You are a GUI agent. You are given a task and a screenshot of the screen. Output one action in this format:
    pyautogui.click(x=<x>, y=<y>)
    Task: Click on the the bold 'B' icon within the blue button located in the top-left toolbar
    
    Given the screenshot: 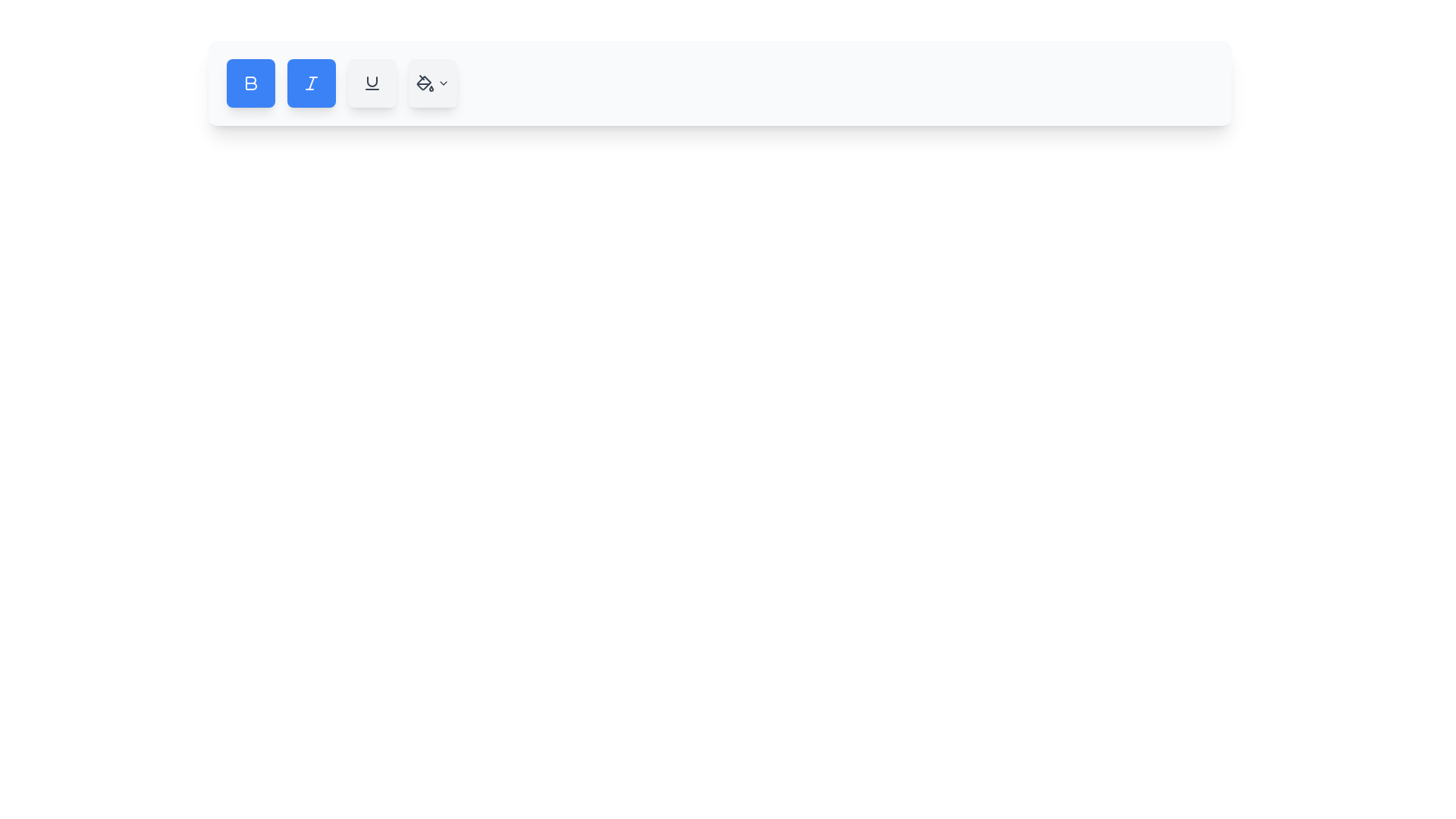 What is the action you would take?
    pyautogui.click(x=251, y=83)
    